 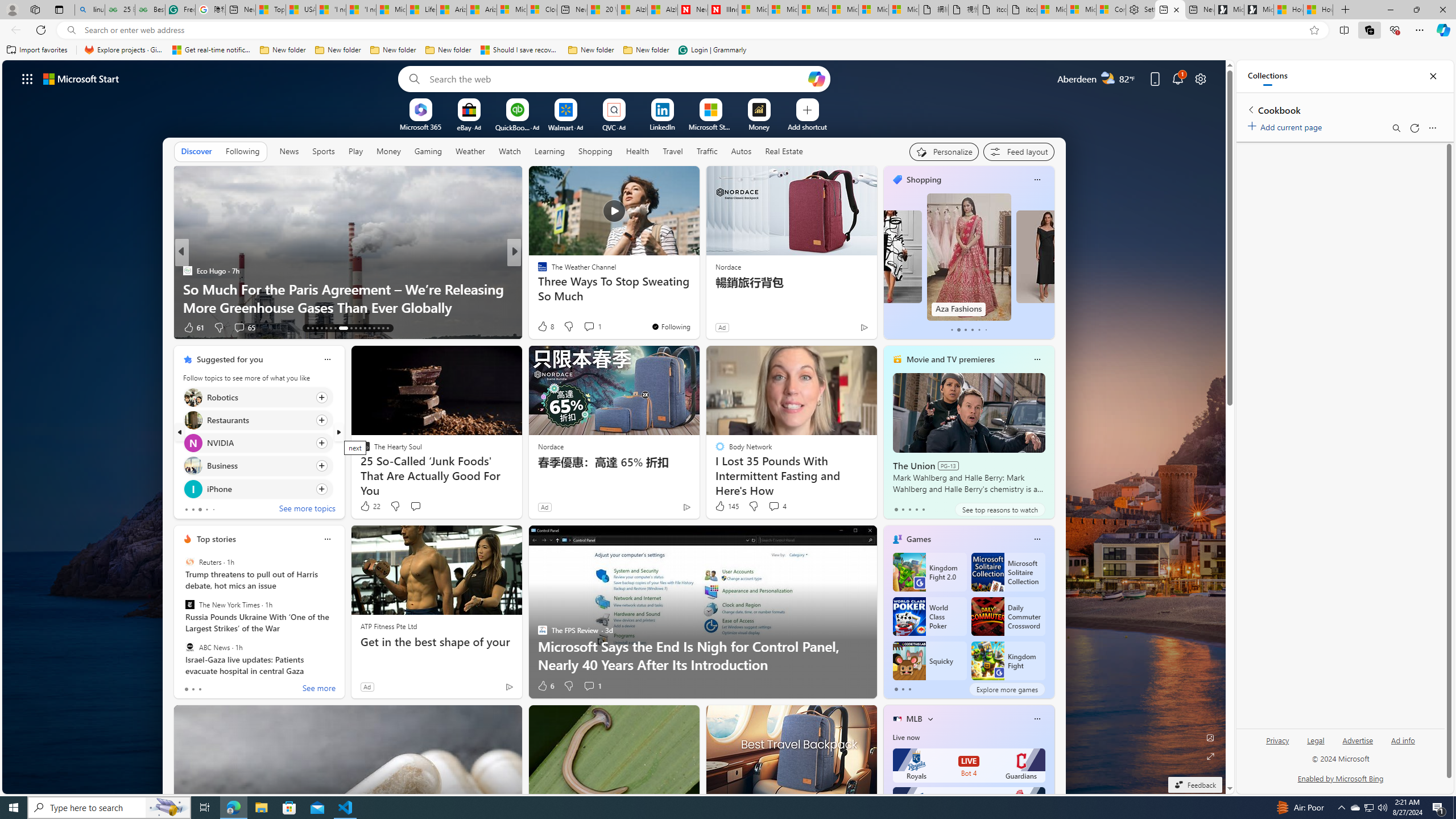 What do you see at coordinates (537, 270) in the screenshot?
I see `'Wealth of Geeks'` at bounding box center [537, 270].